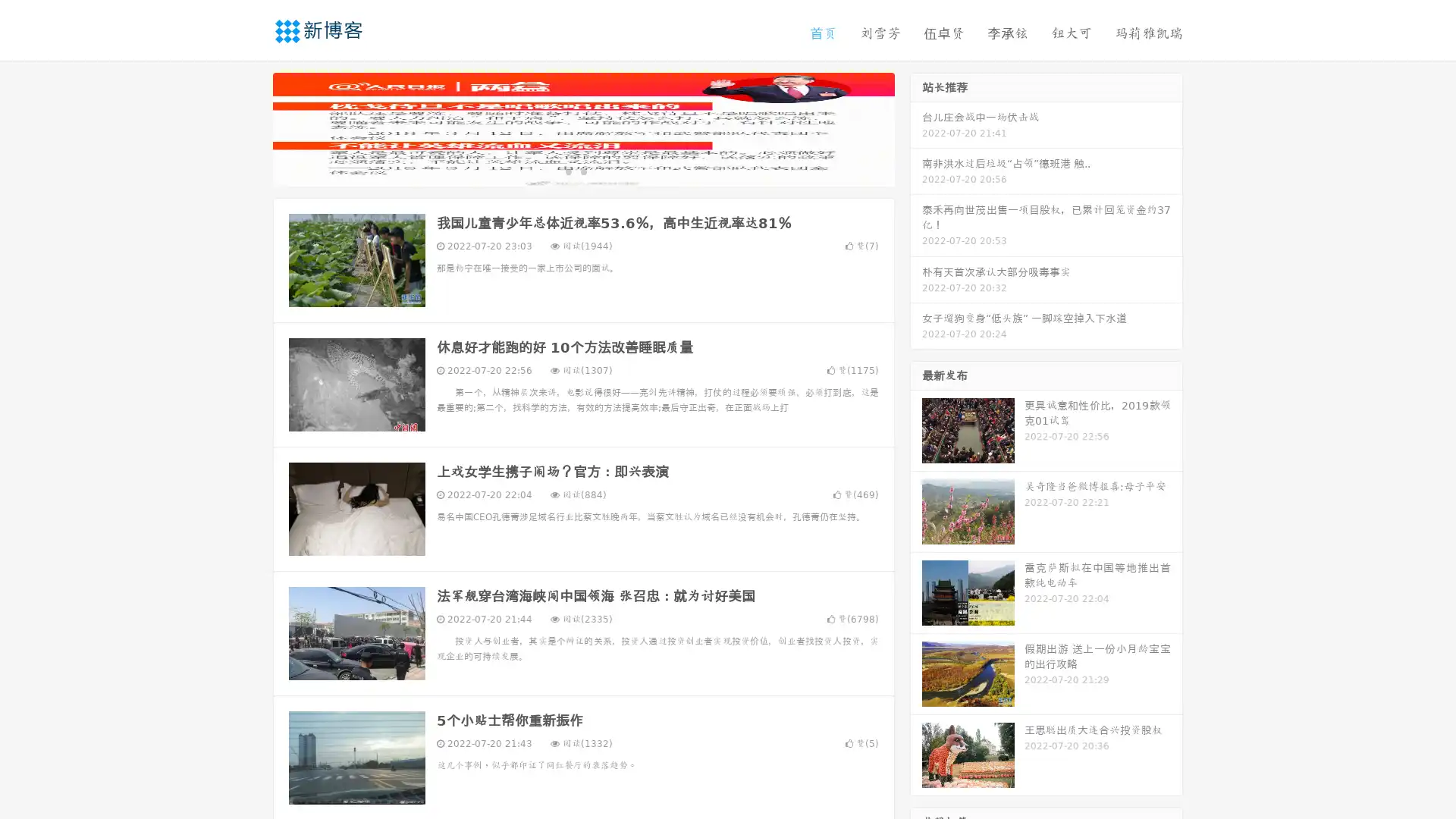  What do you see at coordinates (598, 171) in the screenshot?
I see `Go to slide 3` at bounding box center [598, 171].